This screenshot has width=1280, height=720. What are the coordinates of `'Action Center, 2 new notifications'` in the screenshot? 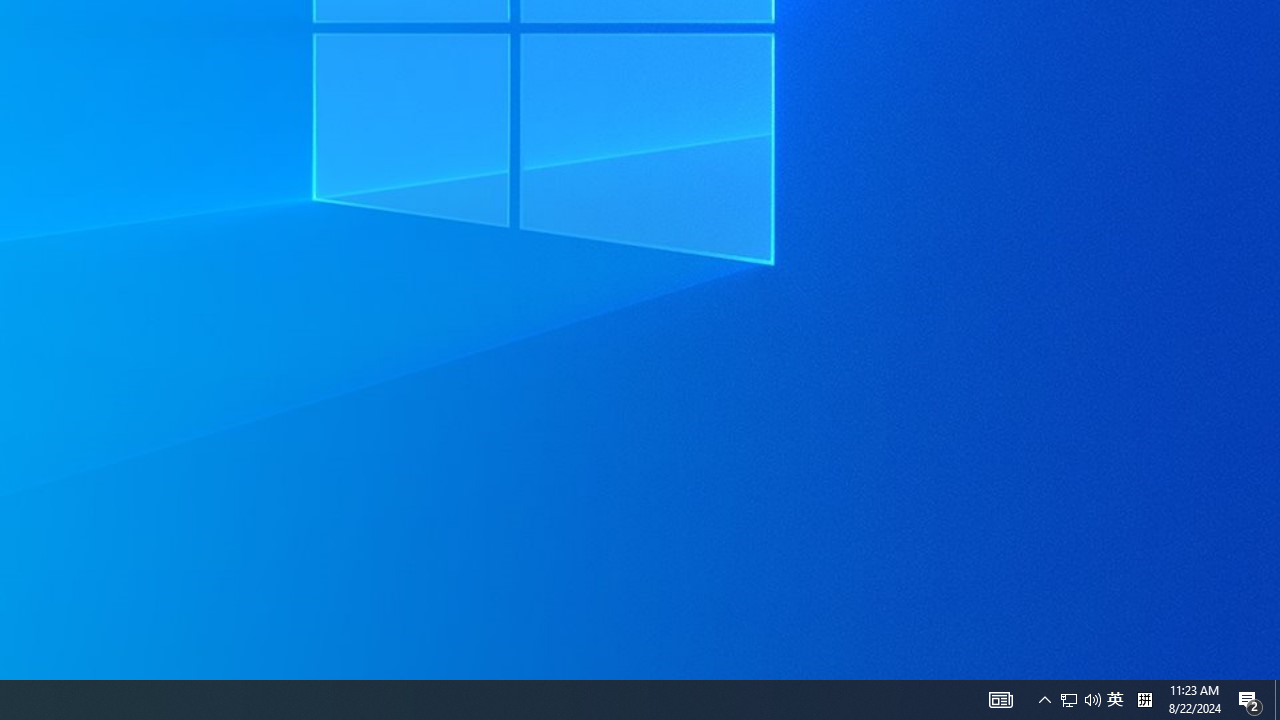 It's located at (1276, 698).